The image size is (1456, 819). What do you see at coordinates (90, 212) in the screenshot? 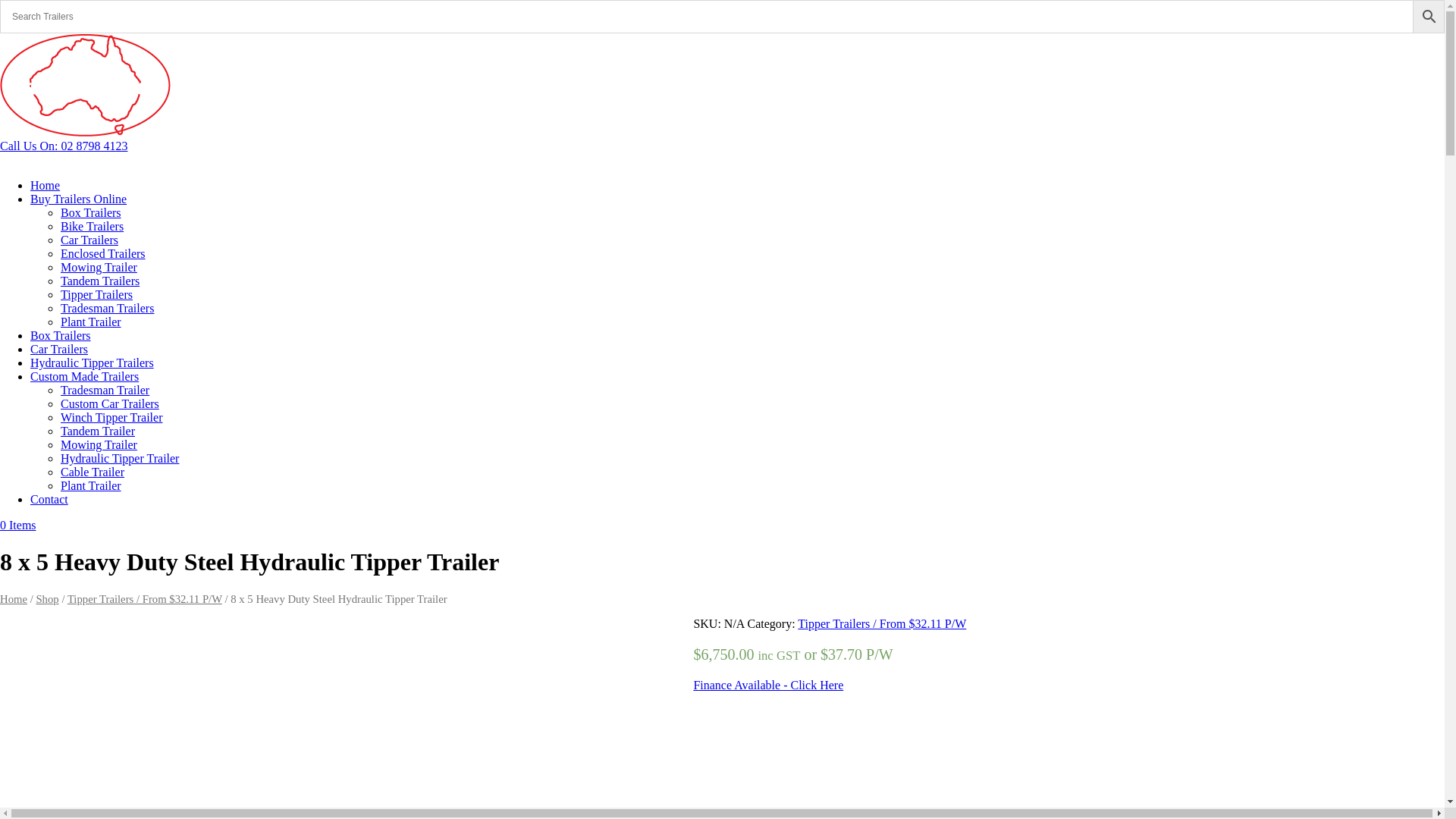
I see `'Box Trailers'` at bounding box center [90, 212].